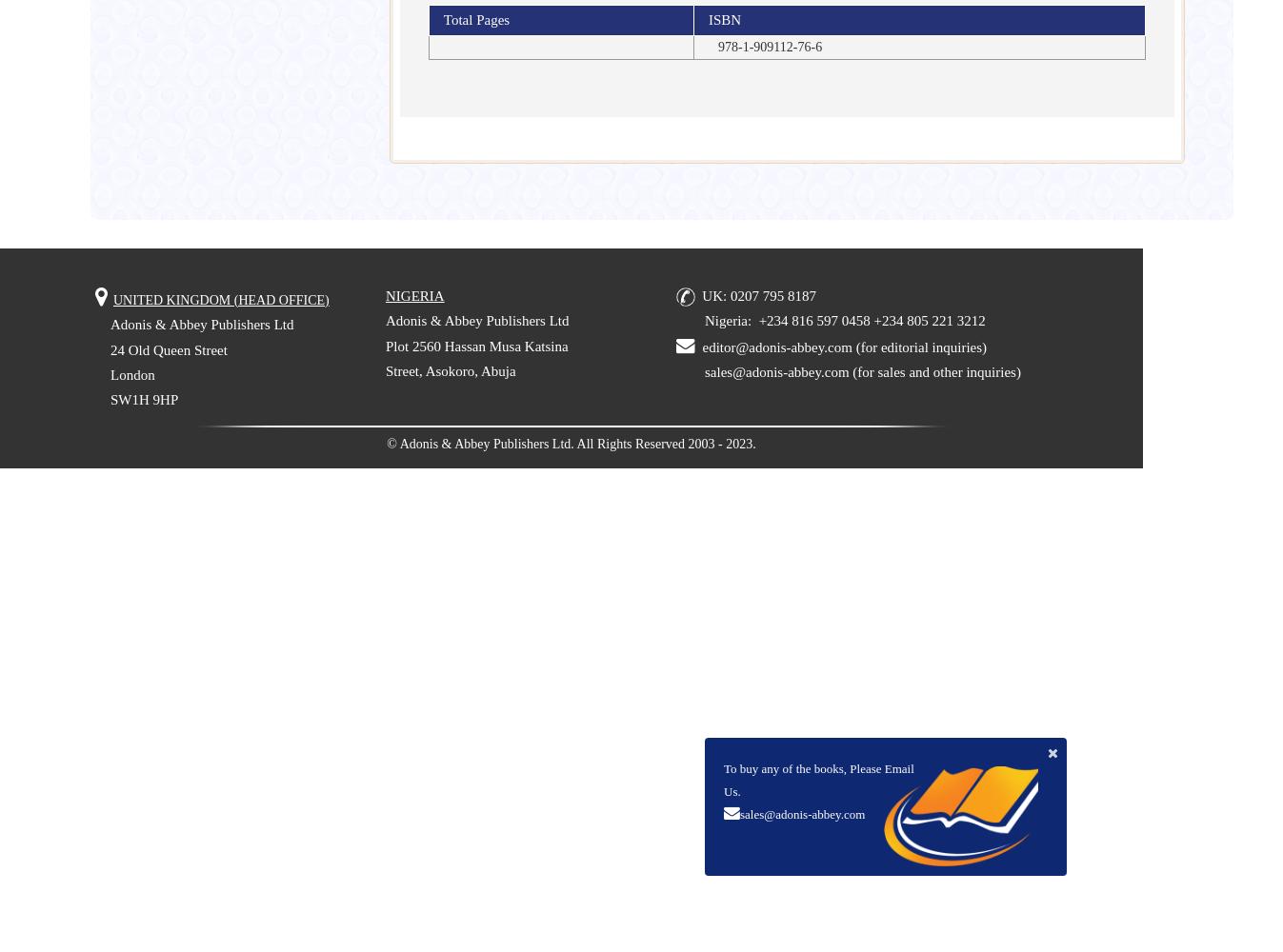 Image resolution: width=1283 pixels, height=952 pixels. What do you see at coordinates (570, 442) in the screenshot?
I see `'© Adonis & Abbey Publishers Ltd. All Rights Reserved 2003 - 2023.'` at bounding box center [570, 442].